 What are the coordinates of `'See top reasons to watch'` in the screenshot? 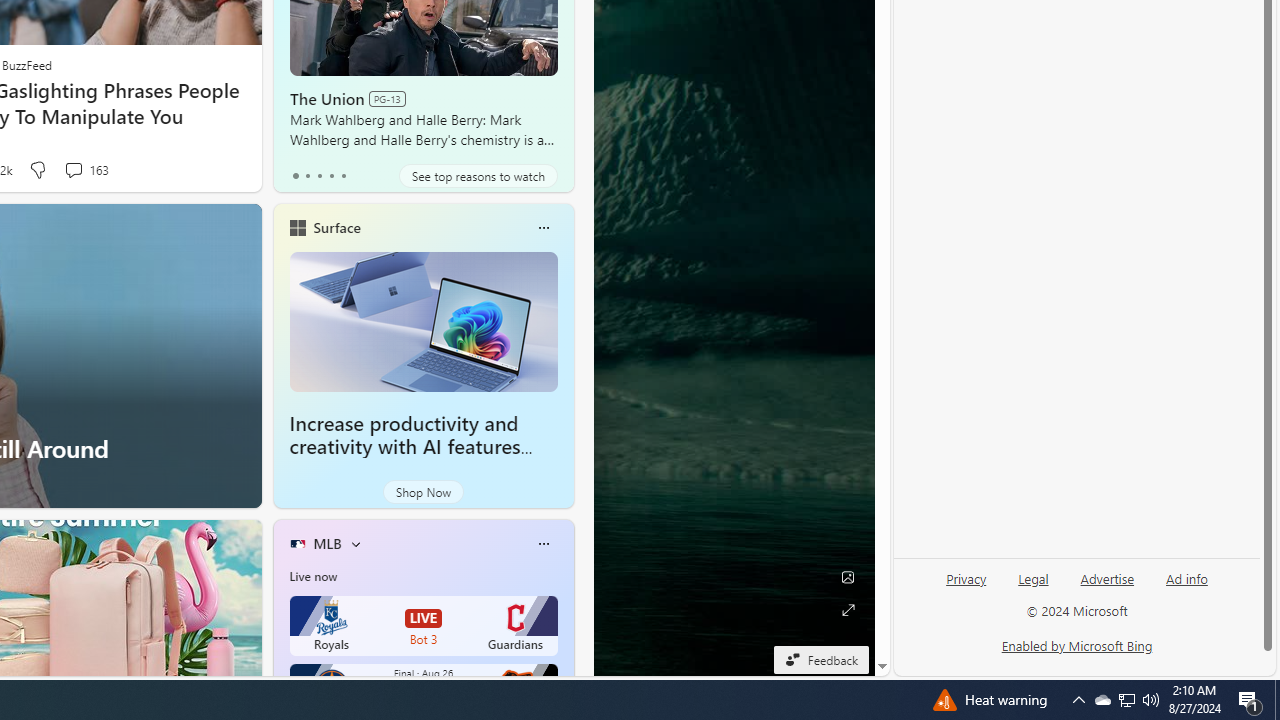 It's located at (477, 175).